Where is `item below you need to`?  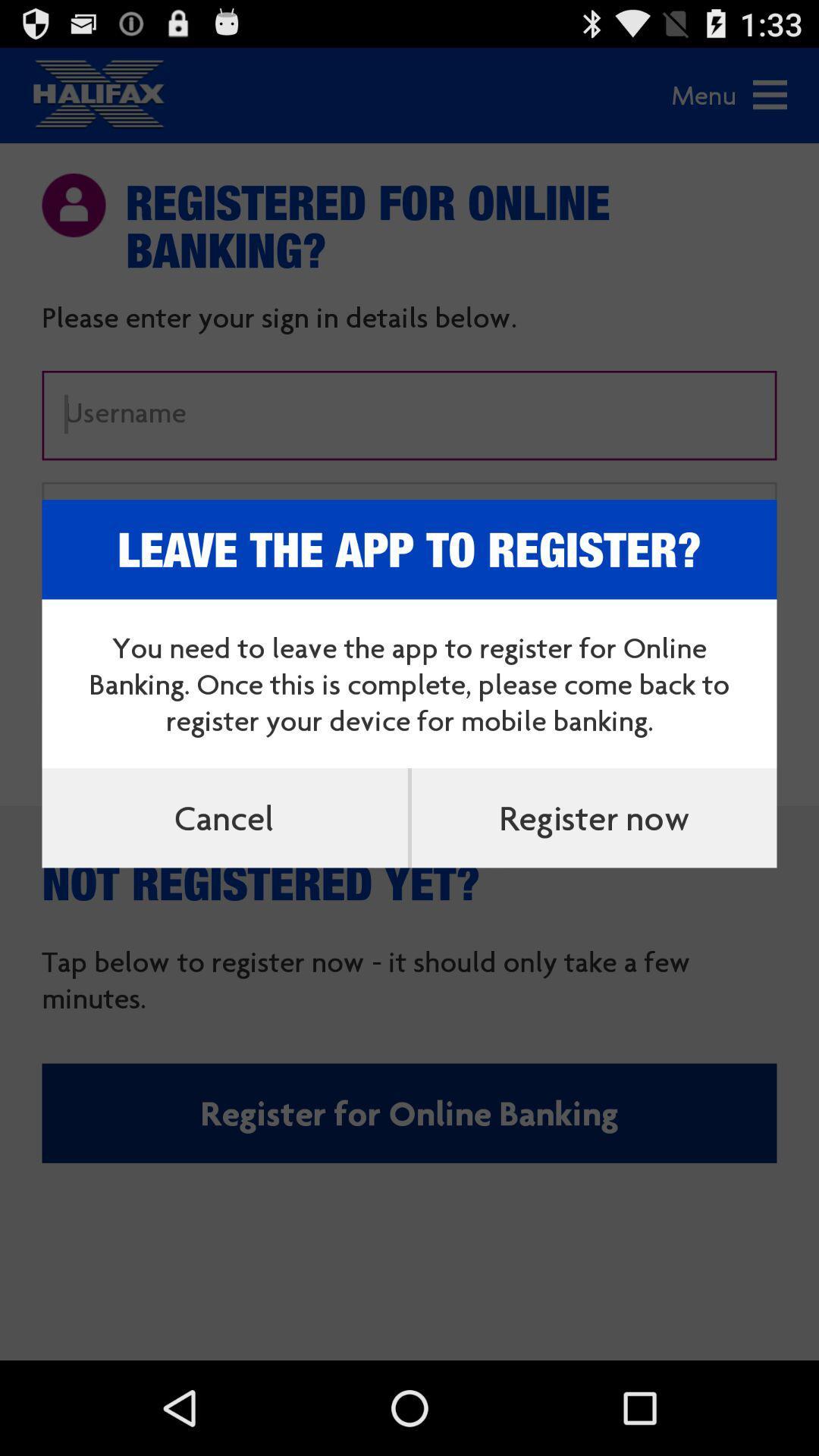 item below you need to is located at coordinates (593, 817).